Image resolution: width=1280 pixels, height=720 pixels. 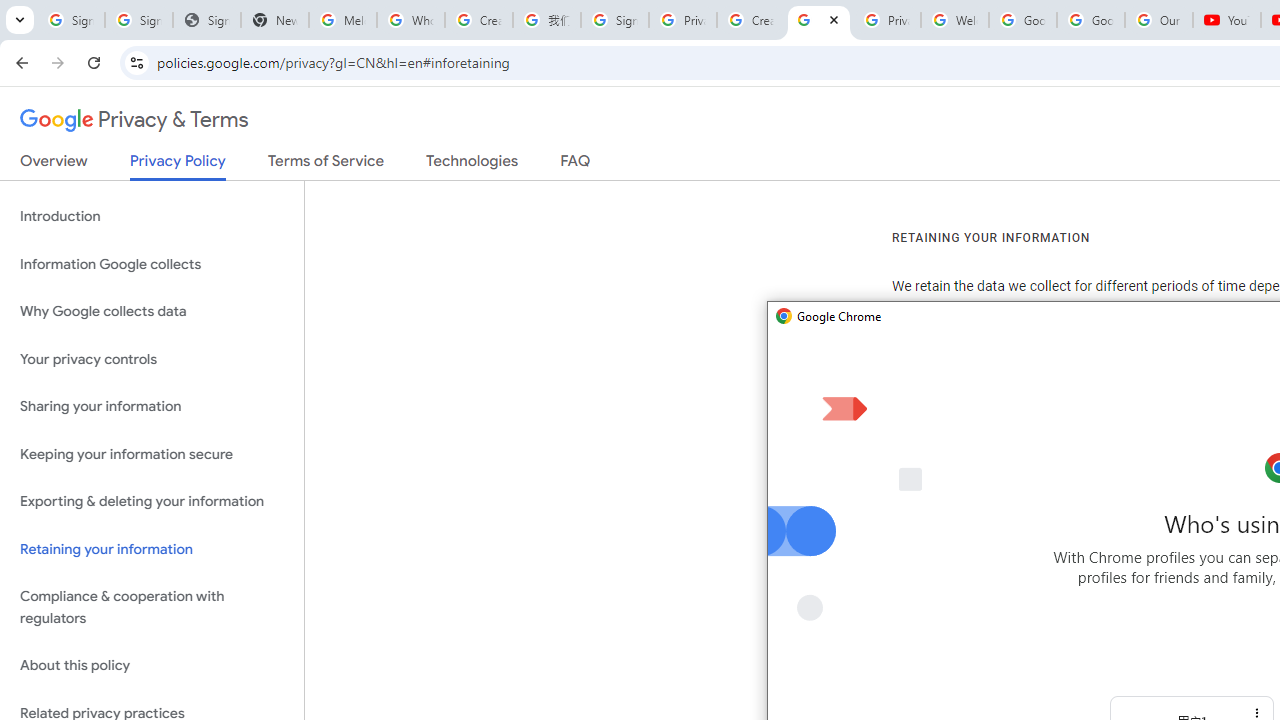 I want to click on 'Google Account', so click(x=1090, y=20).